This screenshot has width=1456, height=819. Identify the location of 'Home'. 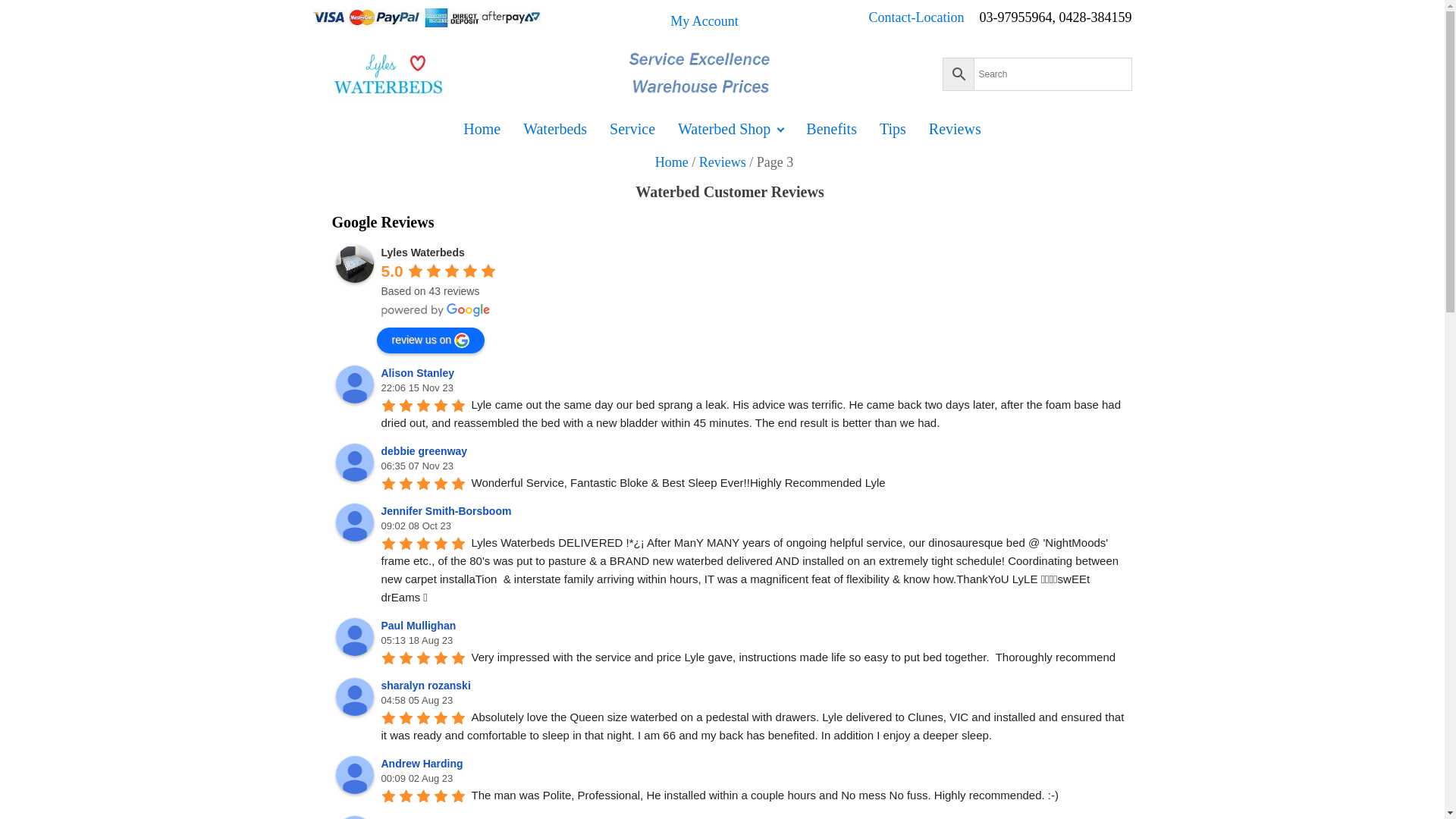
(671, 162).